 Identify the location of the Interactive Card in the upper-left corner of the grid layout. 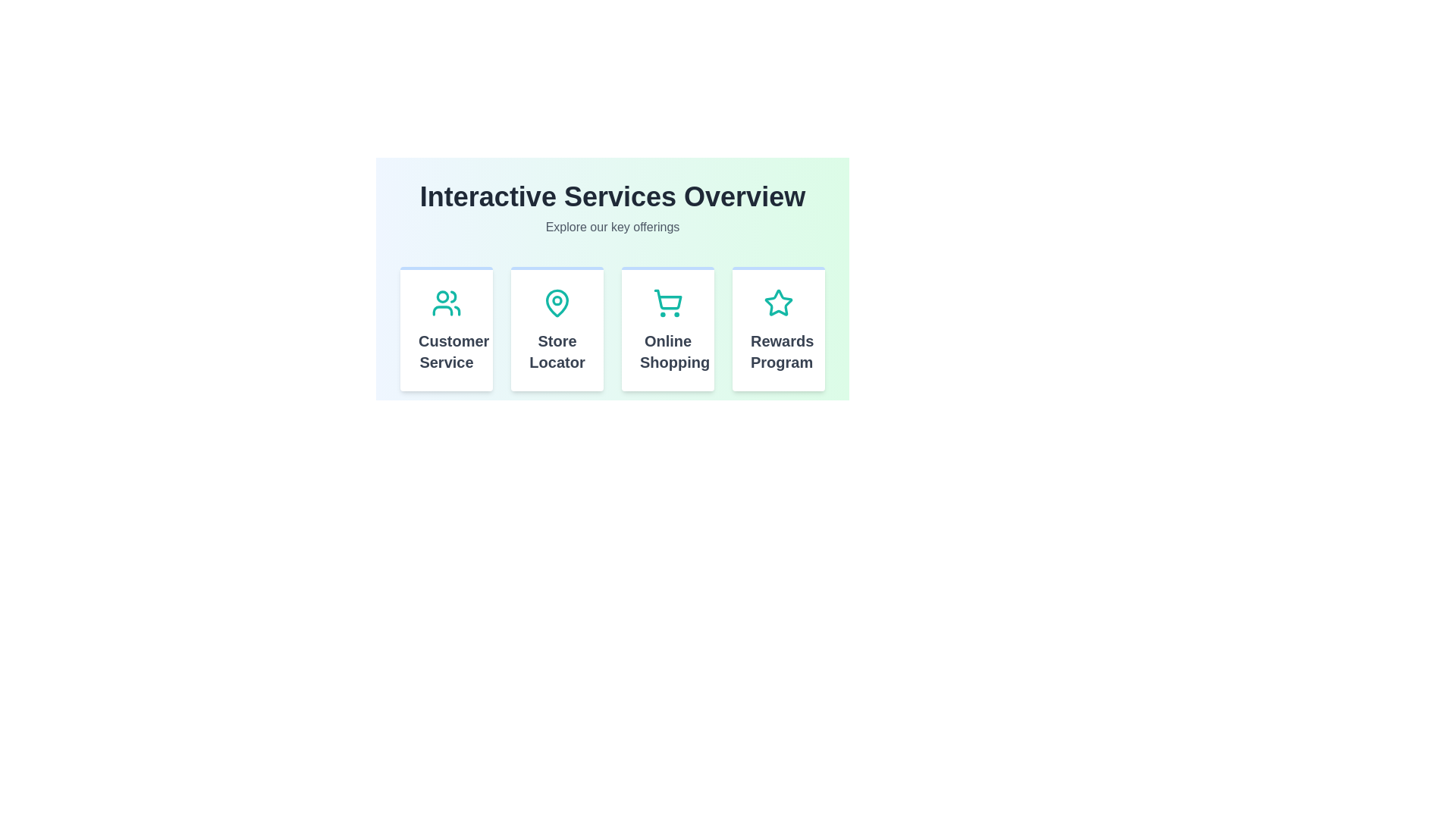
(446, 328).